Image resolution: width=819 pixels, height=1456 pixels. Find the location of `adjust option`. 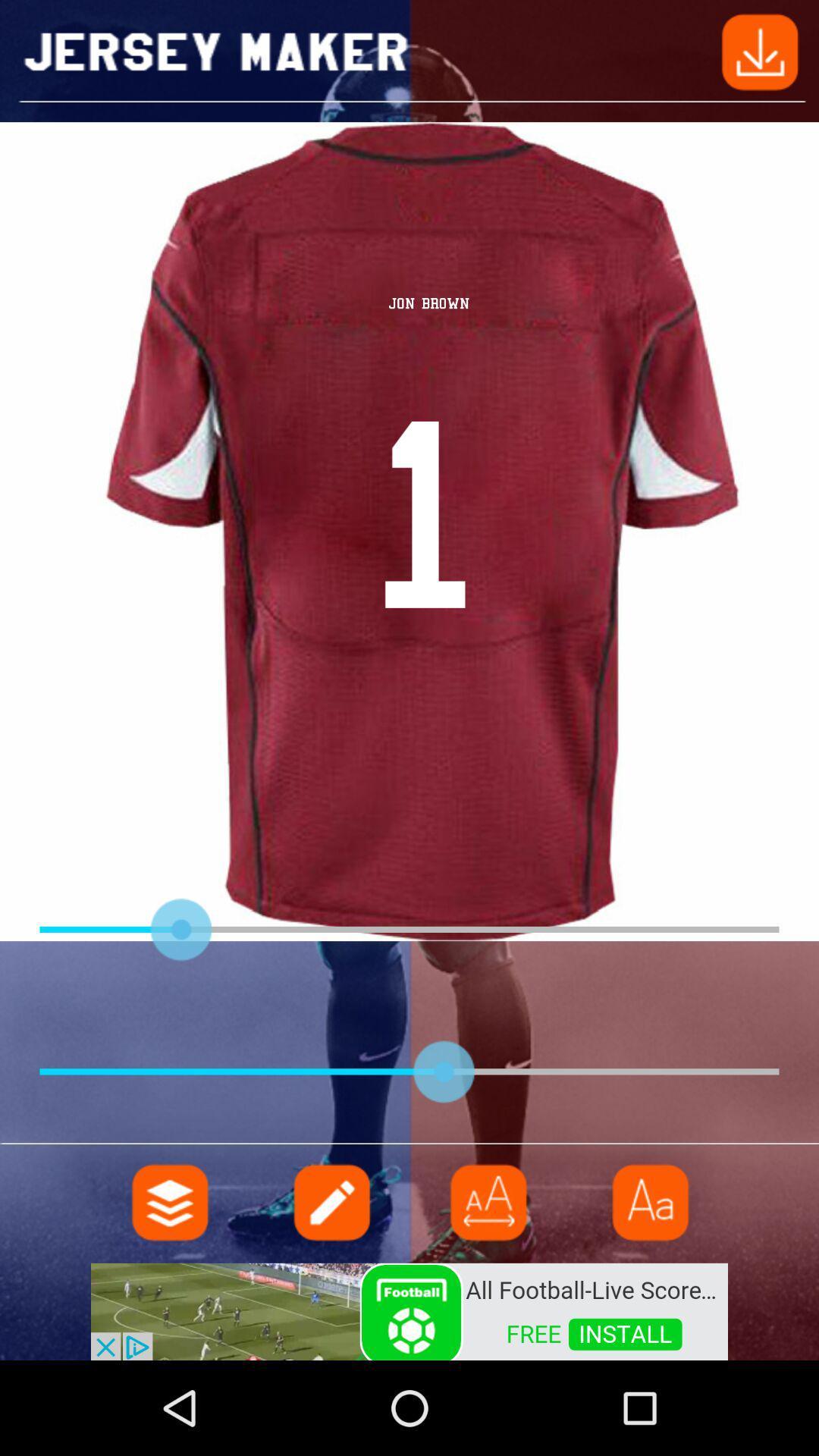

adjust option is located at coordinates (488, 1201).